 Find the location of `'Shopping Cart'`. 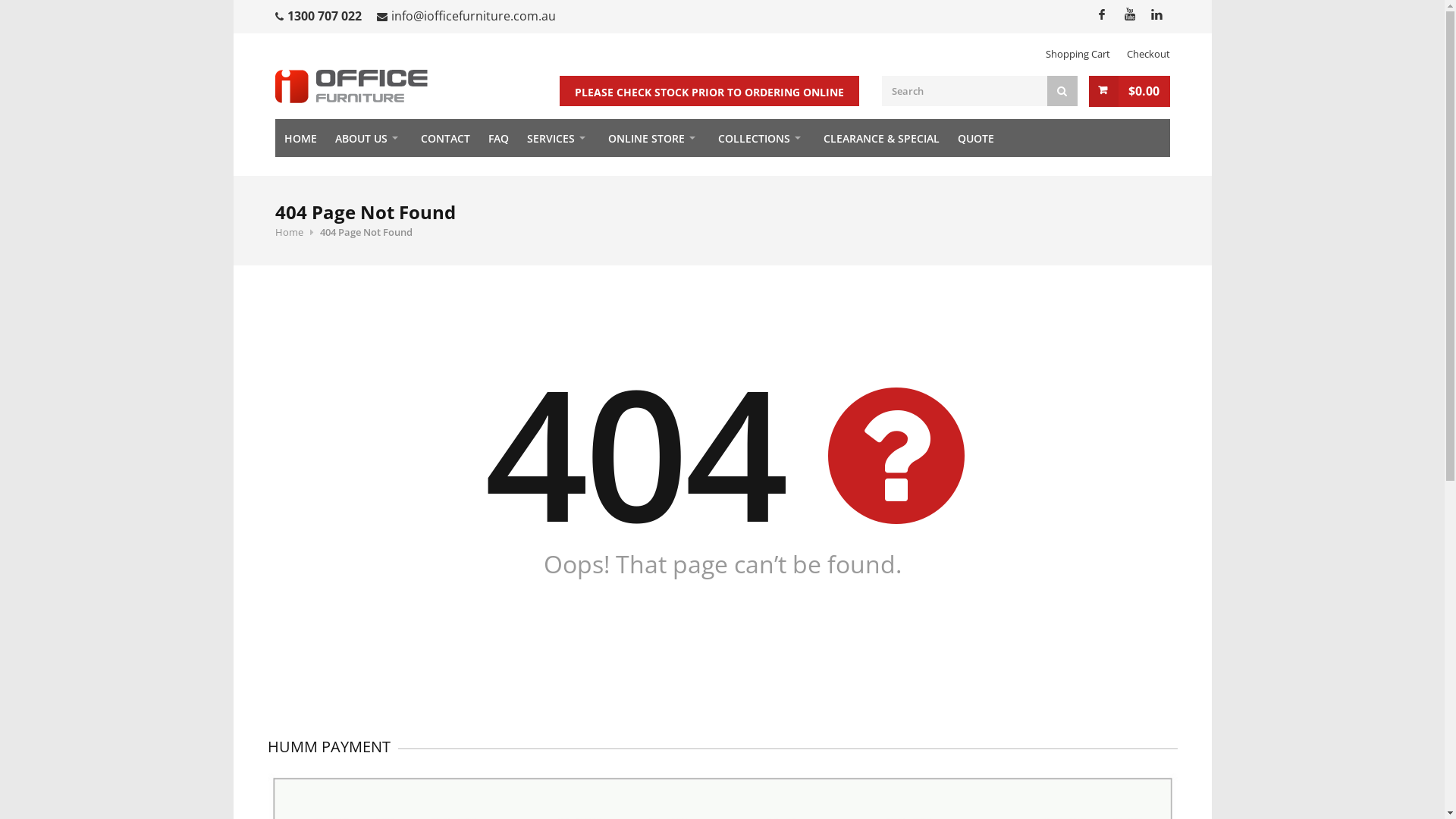

'Shopping Cart' is located at coordinates (1076, 52).